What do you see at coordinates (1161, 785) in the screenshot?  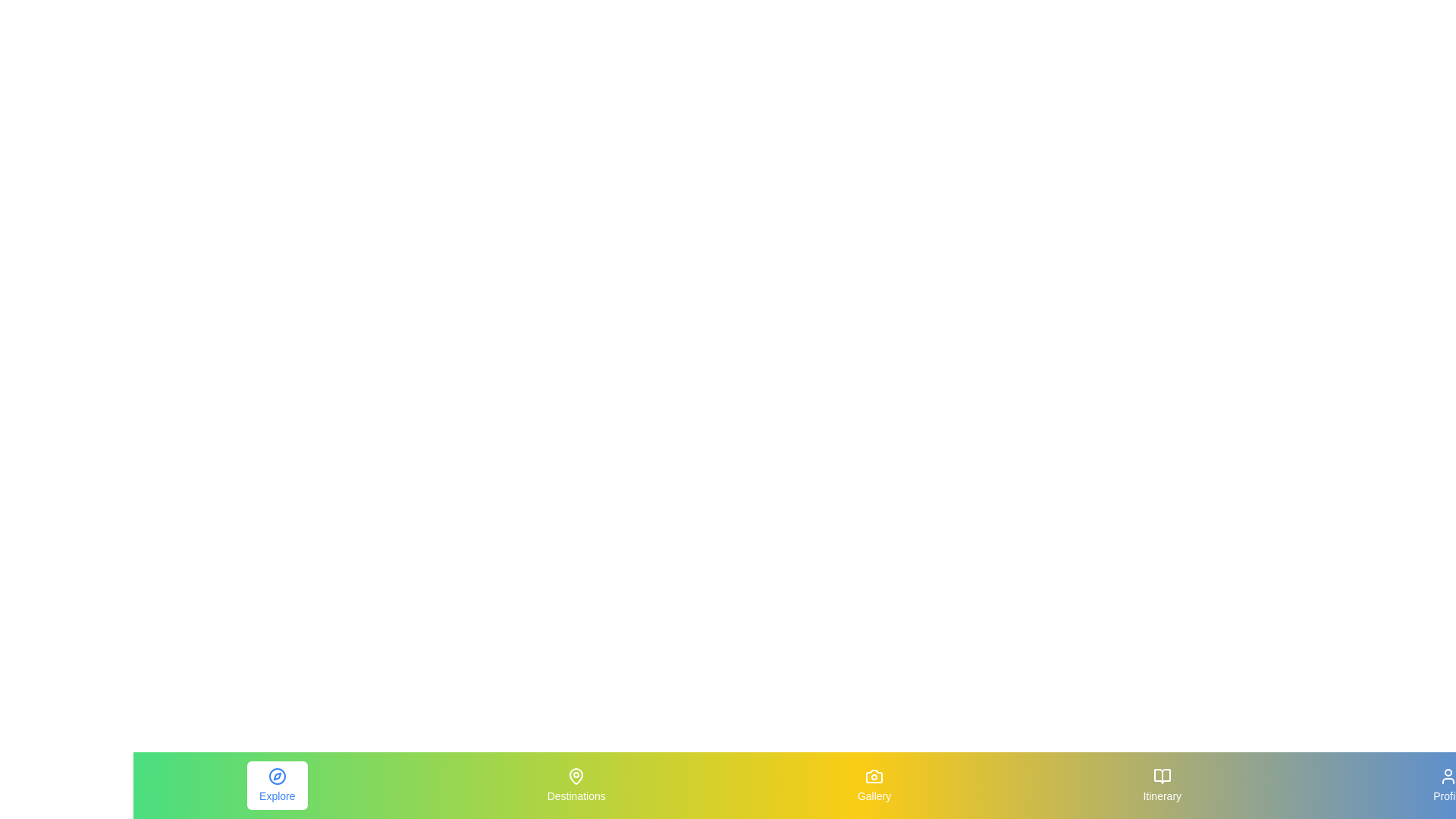 I see `the Itinerary tab by clicking on its respective icon or label` at bounding box center [1161, 785].